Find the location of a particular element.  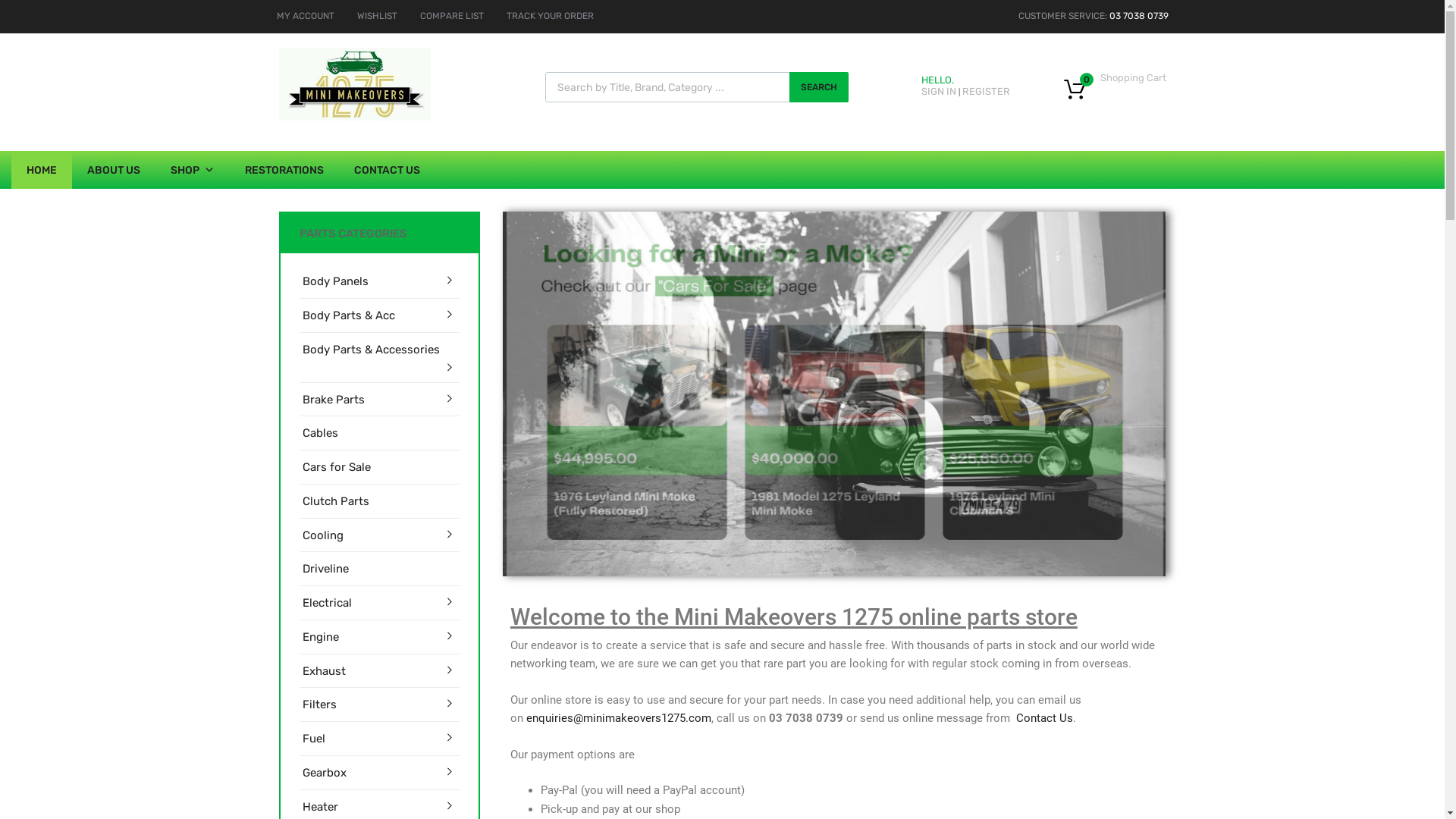

'Cooling' is located at coordinates (322, 535).